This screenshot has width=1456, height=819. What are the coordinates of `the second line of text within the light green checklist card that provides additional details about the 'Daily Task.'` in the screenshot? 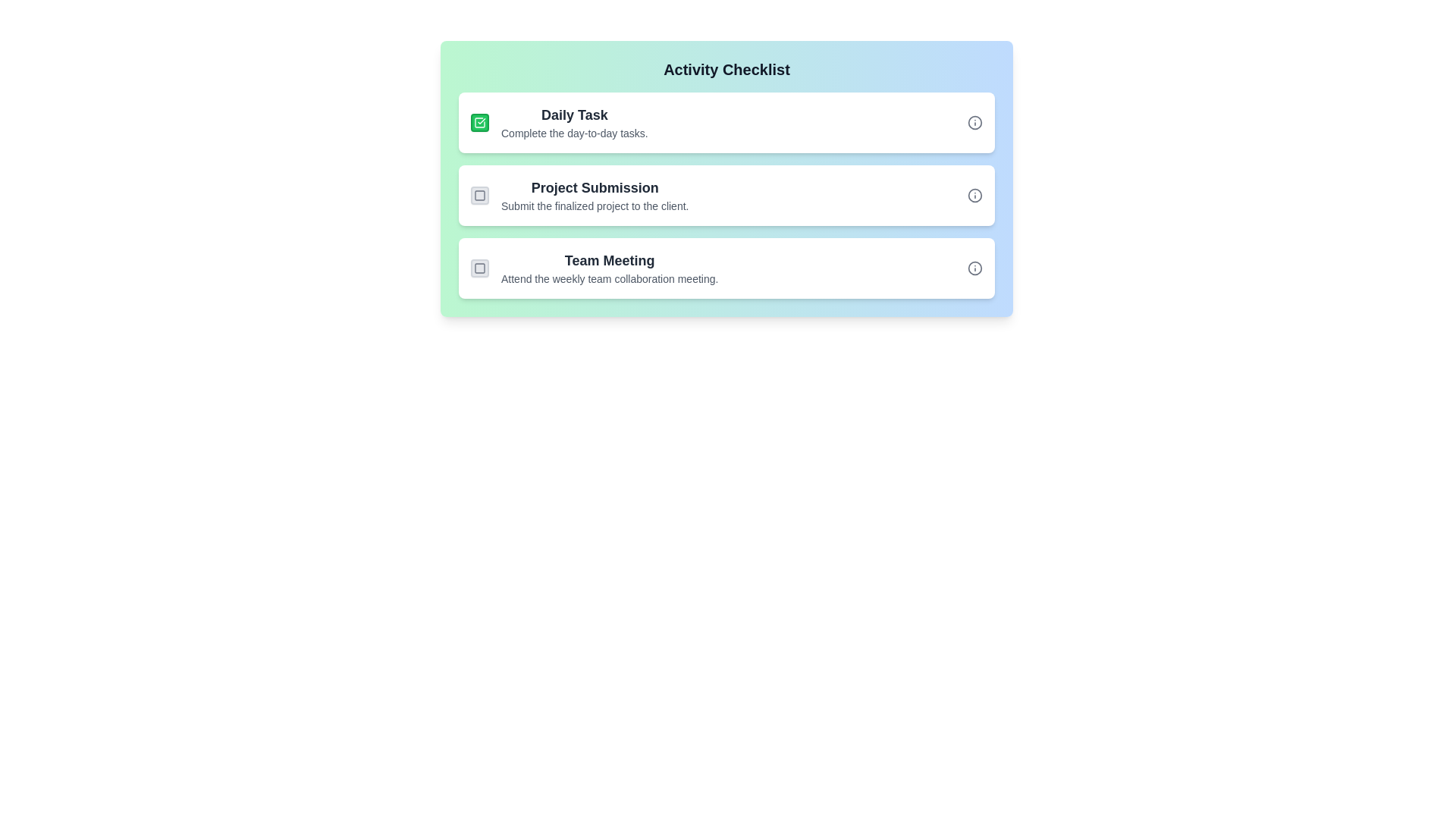 It's located at (573, 133).